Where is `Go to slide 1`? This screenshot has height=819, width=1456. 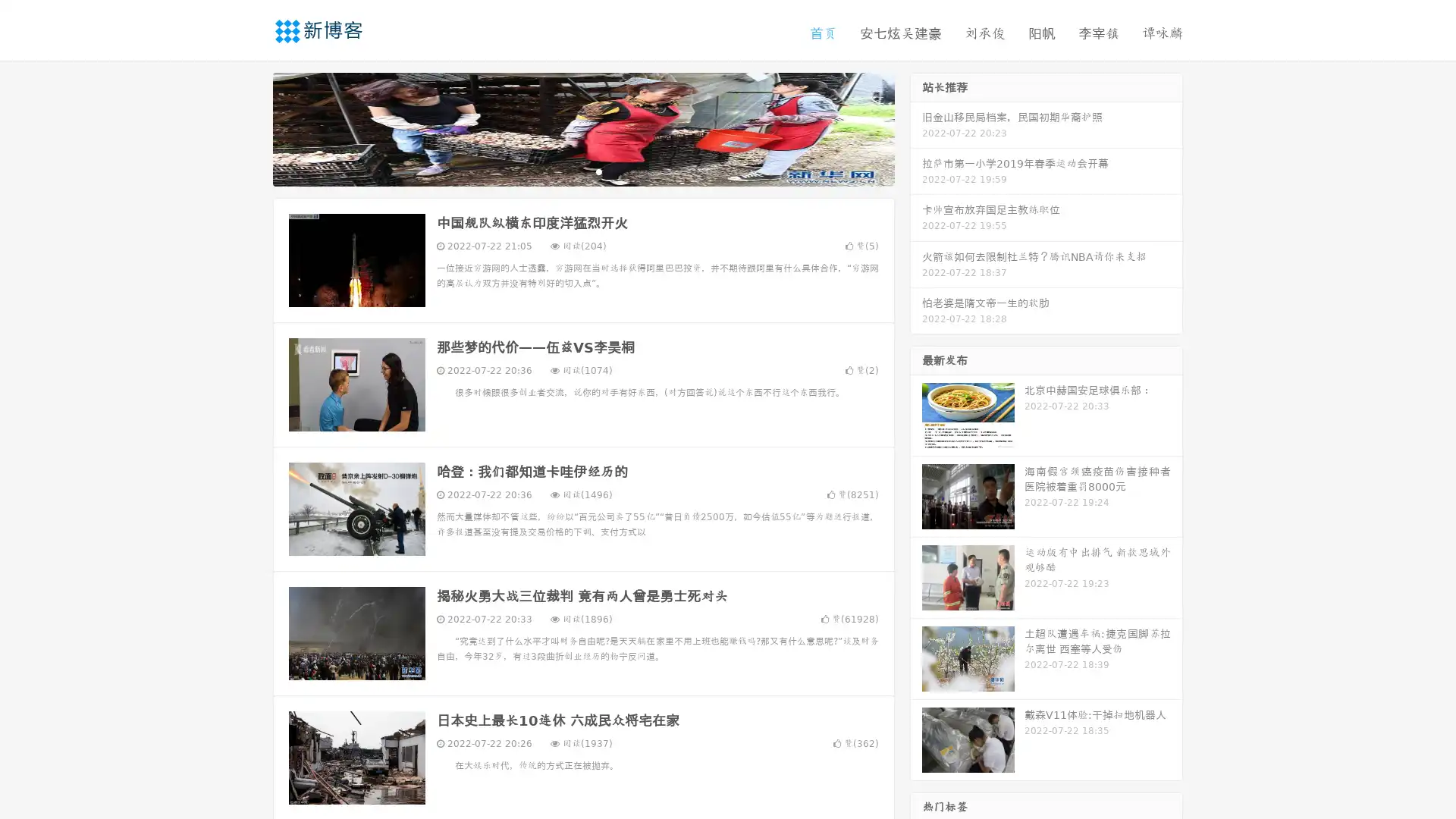
Go to slide 1 is located at coordinates (567, 171).